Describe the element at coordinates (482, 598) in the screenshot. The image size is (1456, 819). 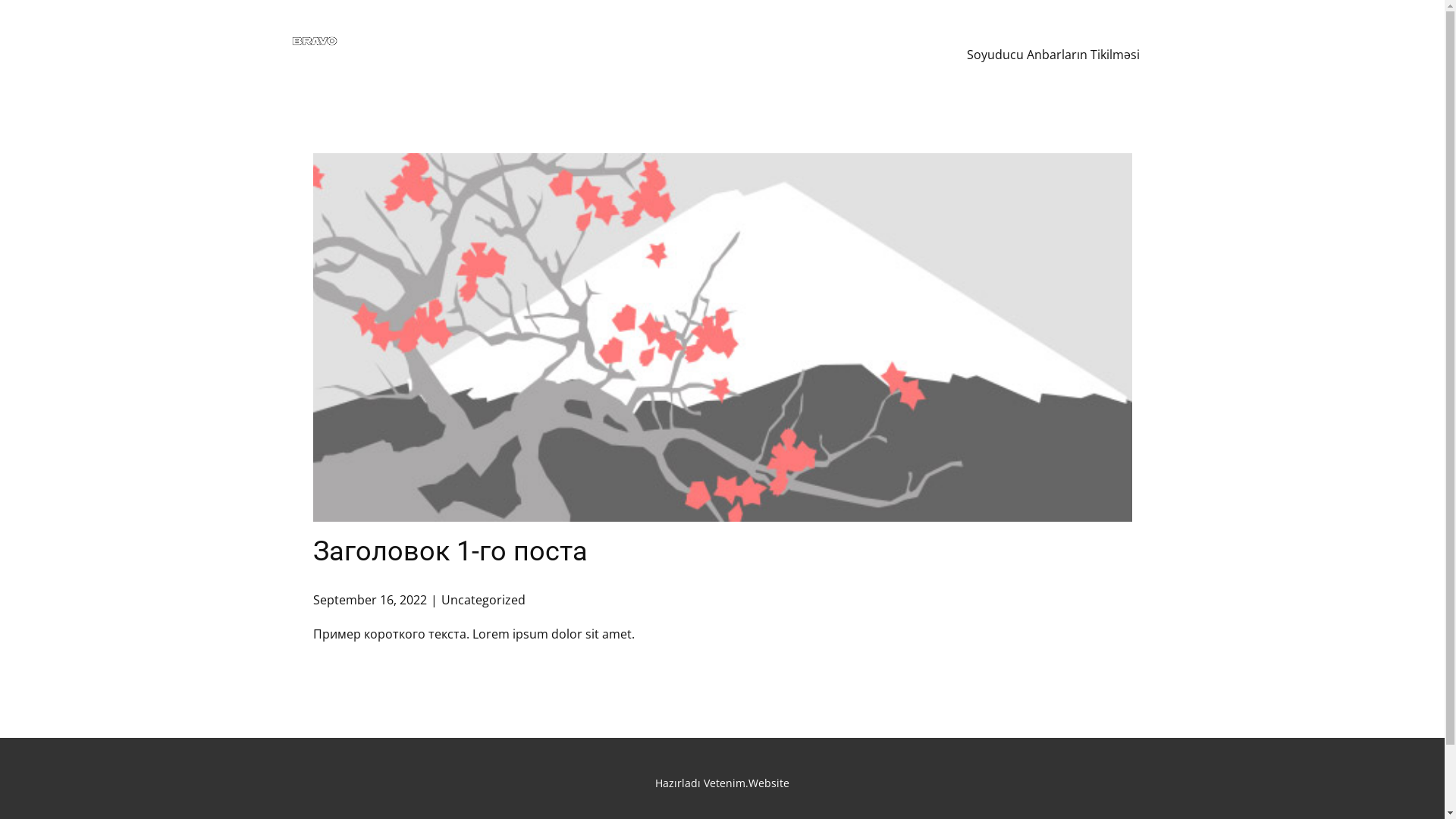
I see `'Uncategorized'` at that location.